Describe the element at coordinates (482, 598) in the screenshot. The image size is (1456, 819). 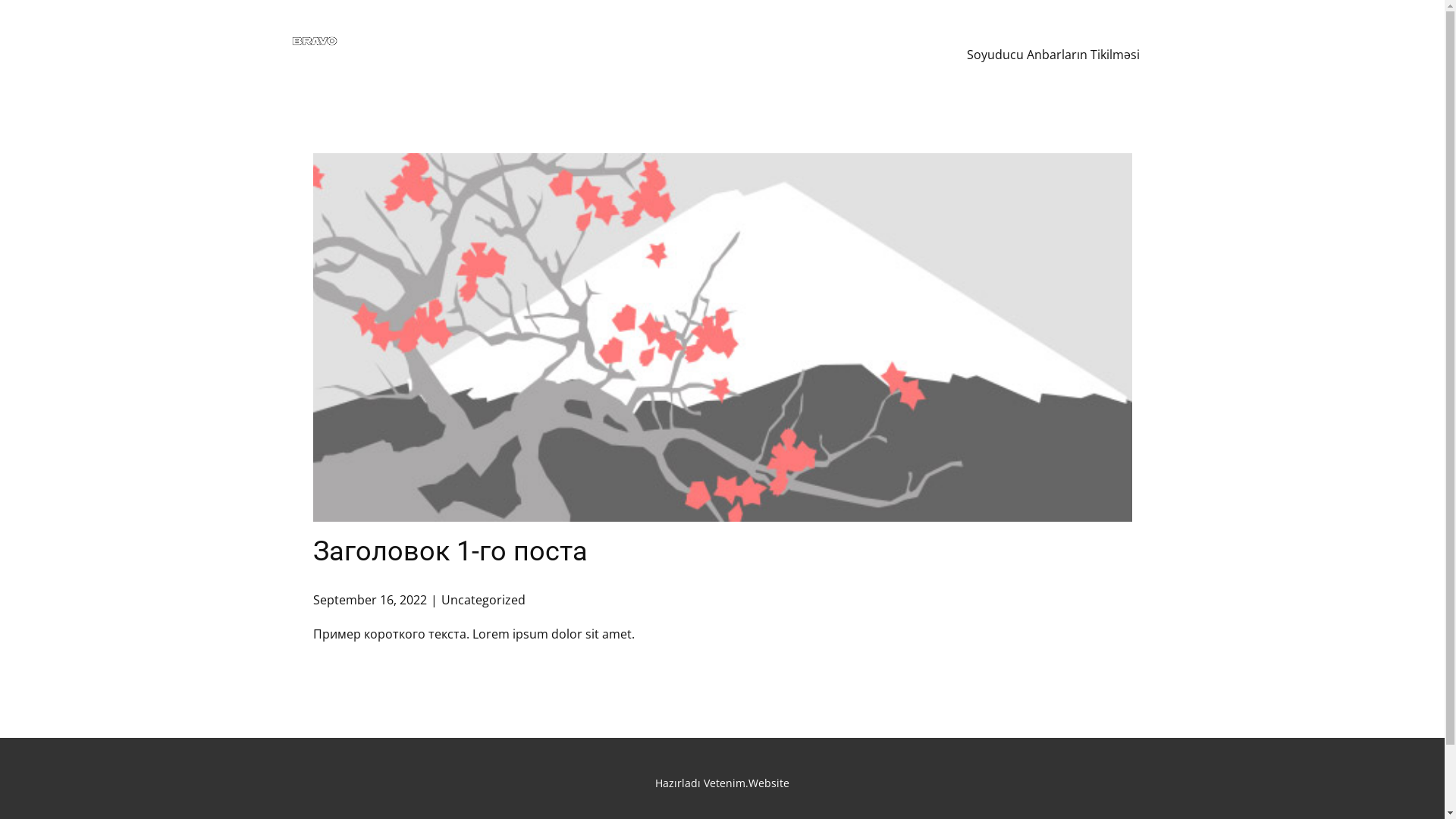
I see `'Uncategorized'` at that location.